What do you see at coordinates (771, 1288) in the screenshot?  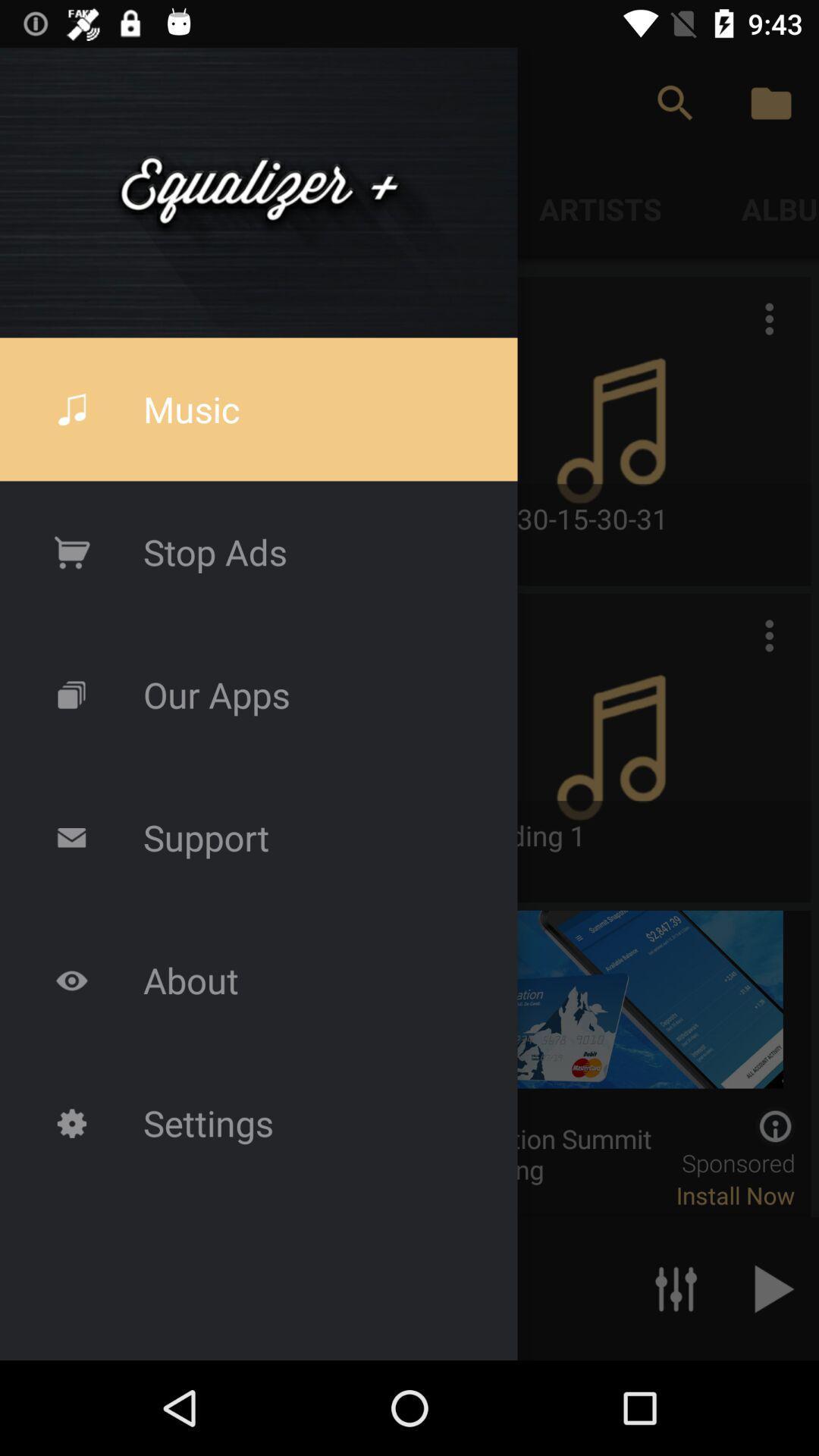 I see `the play icon` at bounding box center [771, 1288].